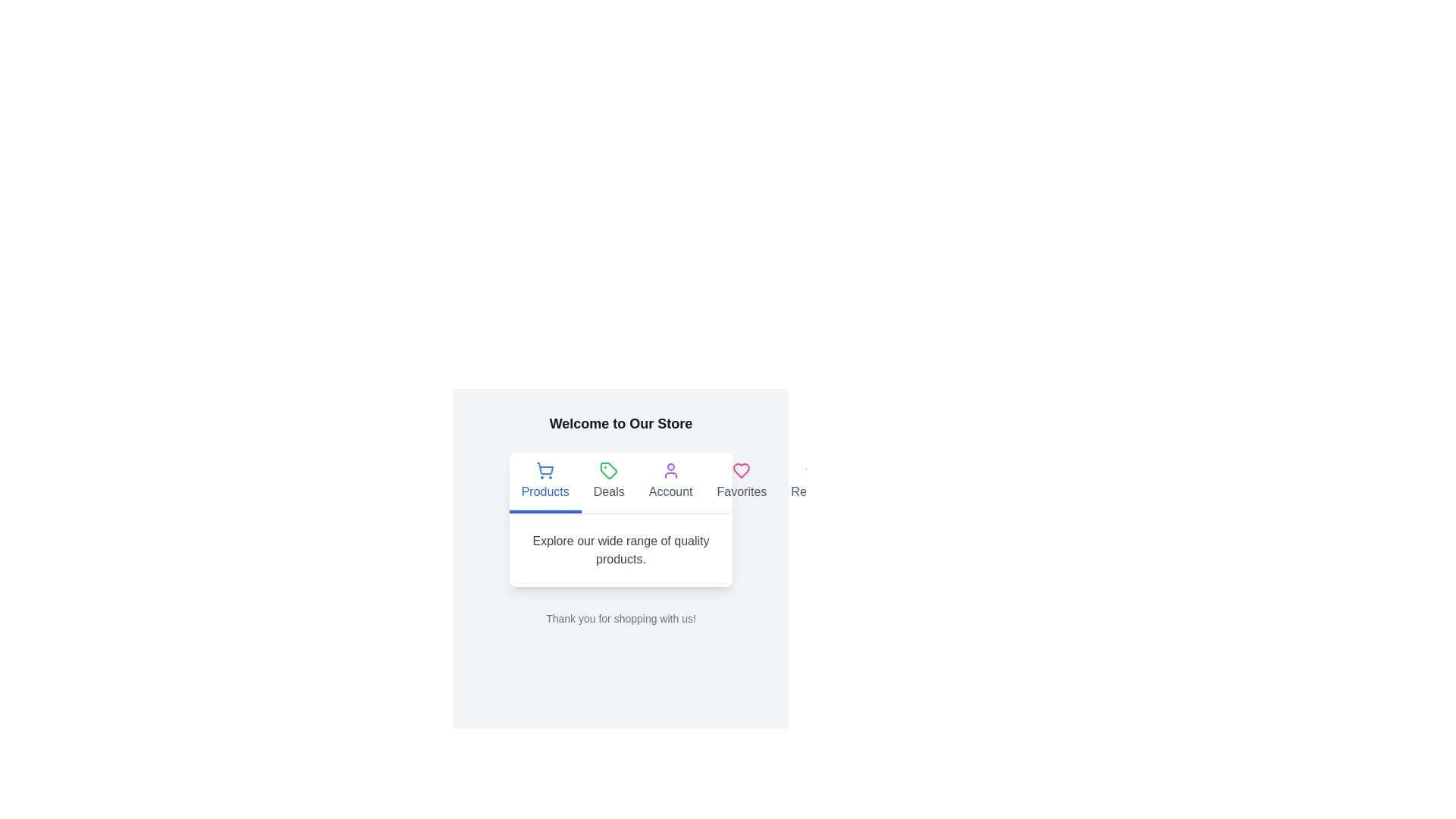 The width and height of the screenshot is (1456, 819). Describe the element at coordinates (670, 482) in the screenshot. I see `the 'Account' button in the navigation menu, positioned between 'Deals' and 'Favorites', which is a non-interactive button displaying an icon and text` at that location.